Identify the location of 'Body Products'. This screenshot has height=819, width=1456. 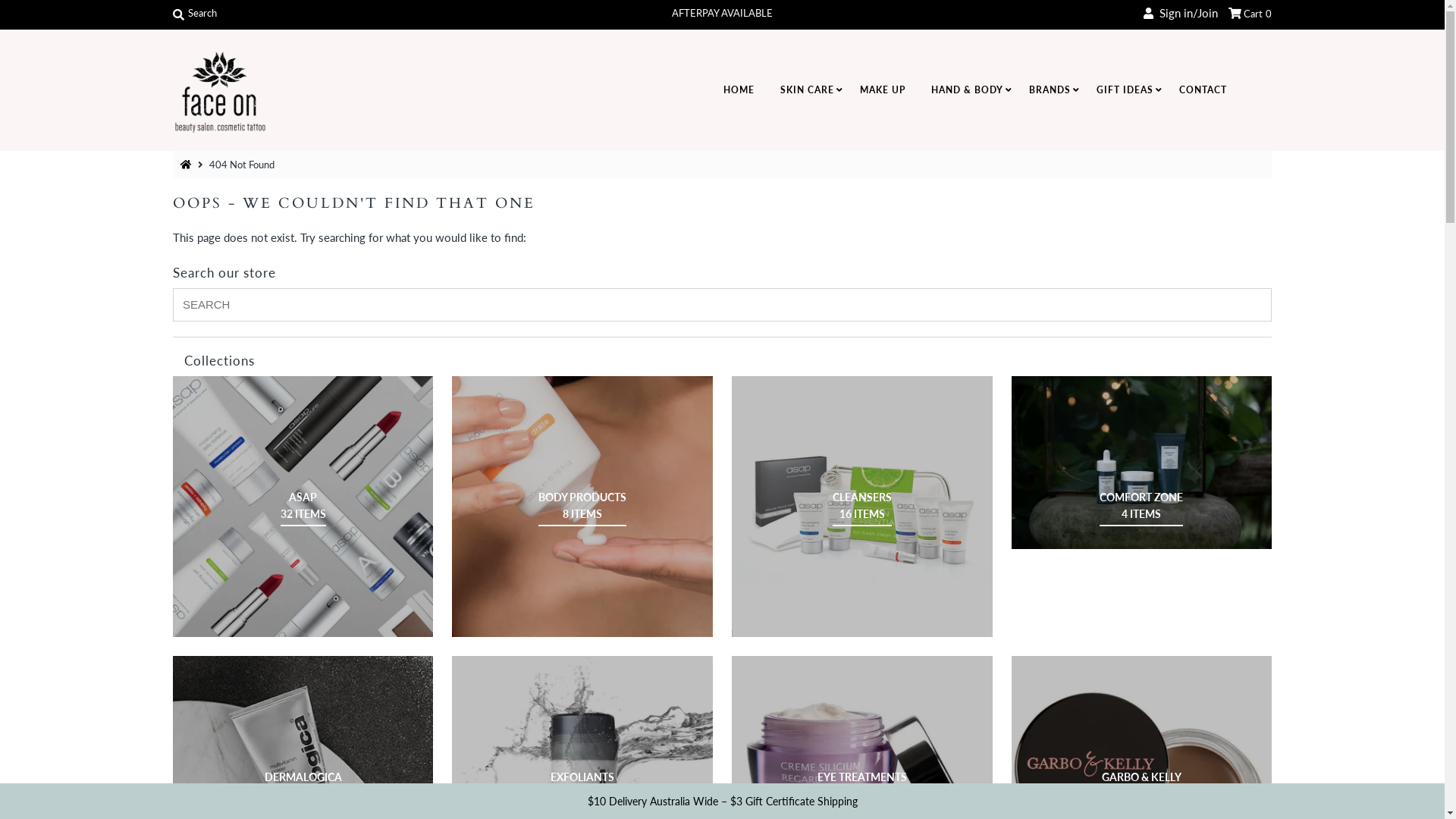
(582, 506).